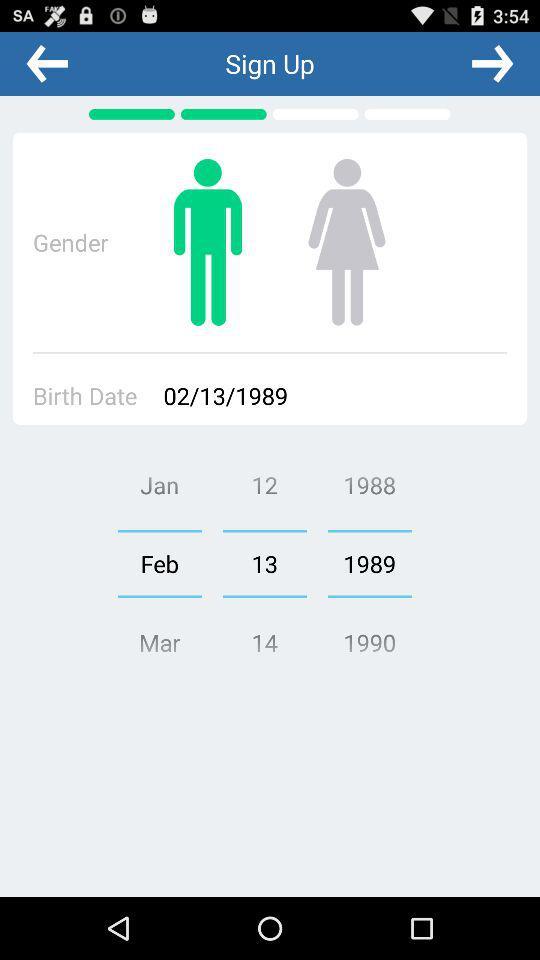 The width and height of the screenshot is (540, 960). I want to click on the gender male, so click(207, 241).